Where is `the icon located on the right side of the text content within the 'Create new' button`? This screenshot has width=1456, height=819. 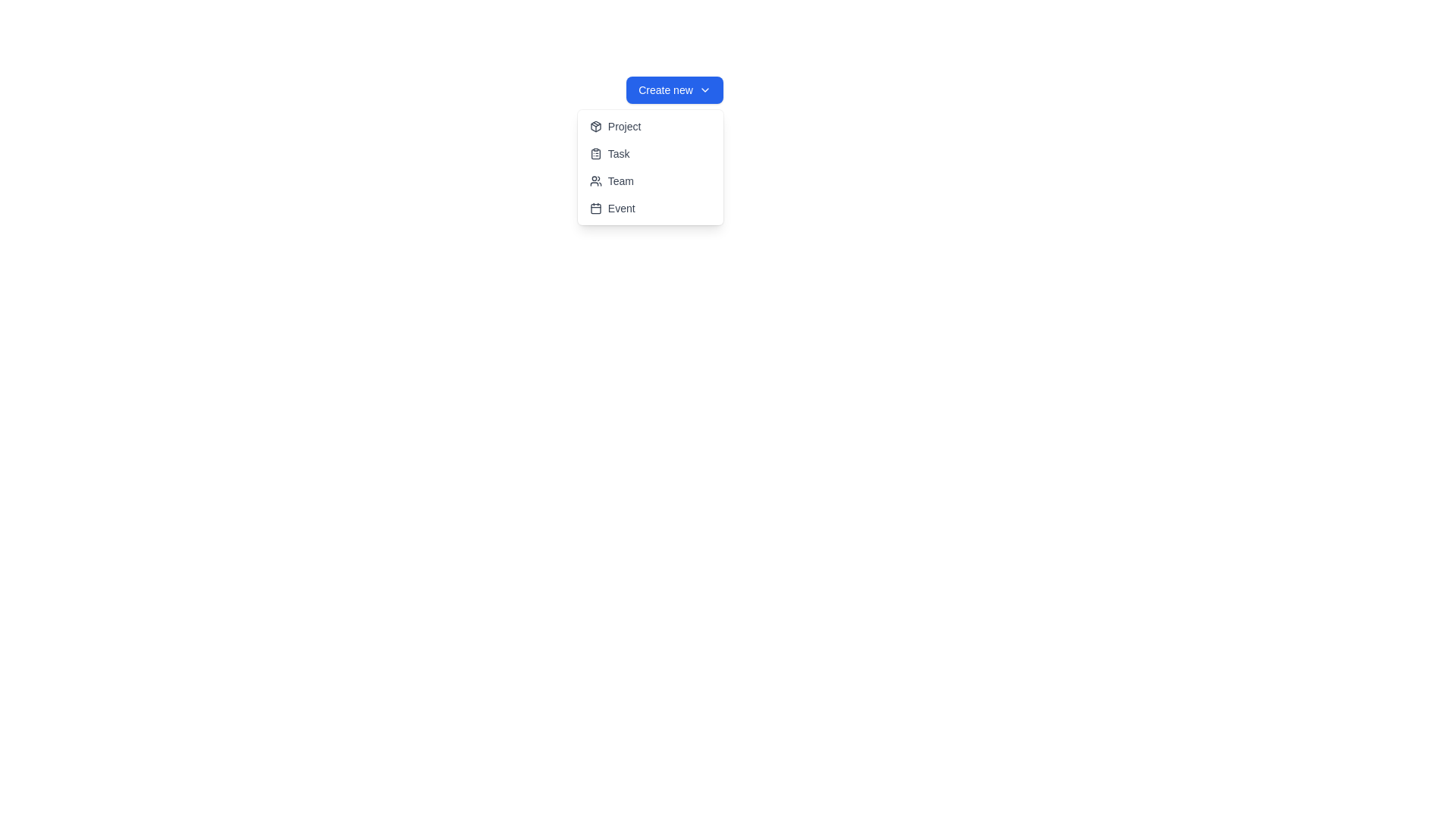
the icon located on the right side of the text content within the 'Create new' button is located at coordinates (704, 90).